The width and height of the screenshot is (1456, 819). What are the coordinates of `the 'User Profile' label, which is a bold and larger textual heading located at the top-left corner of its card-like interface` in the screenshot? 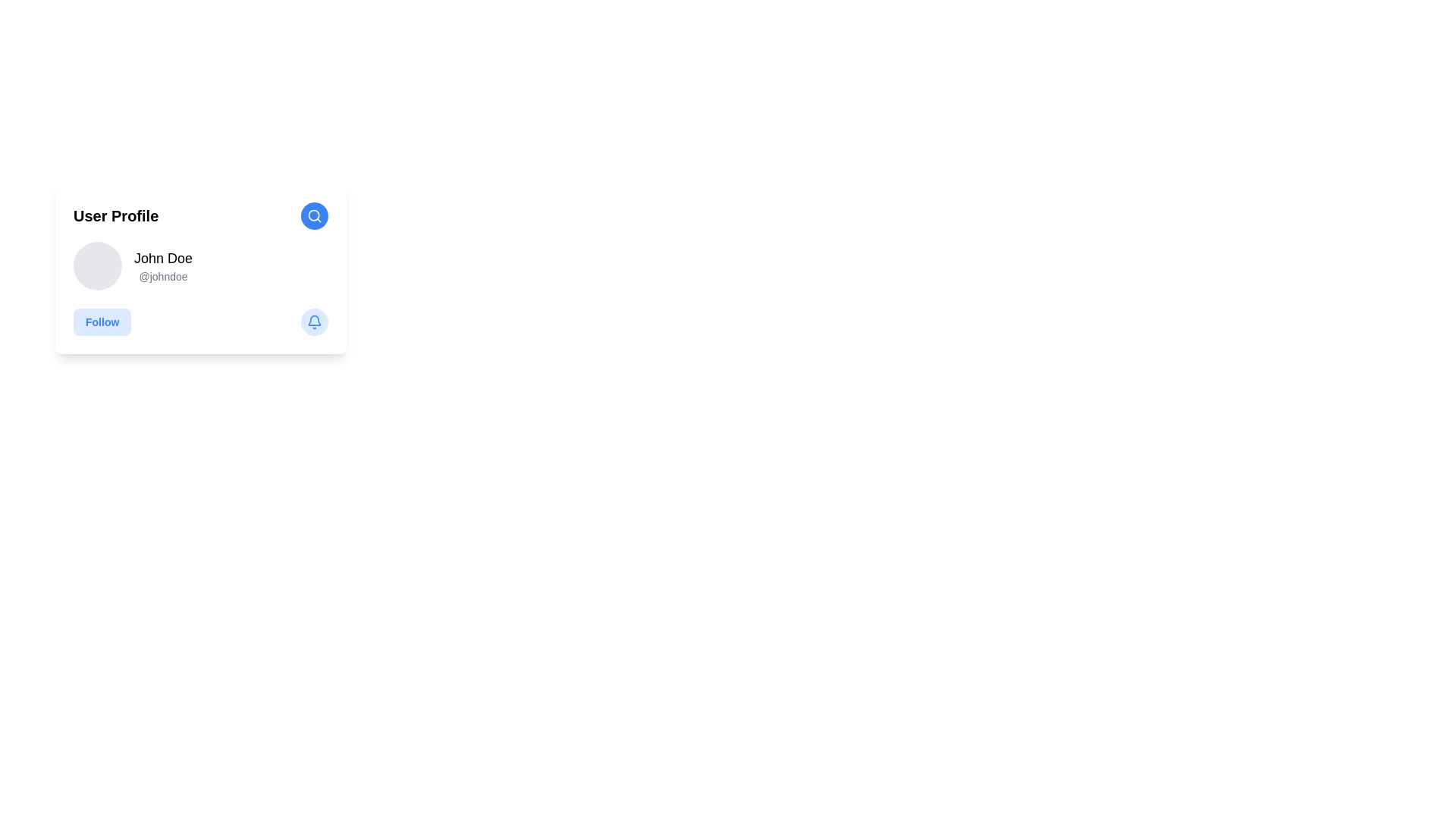 It's located at (115, 216).